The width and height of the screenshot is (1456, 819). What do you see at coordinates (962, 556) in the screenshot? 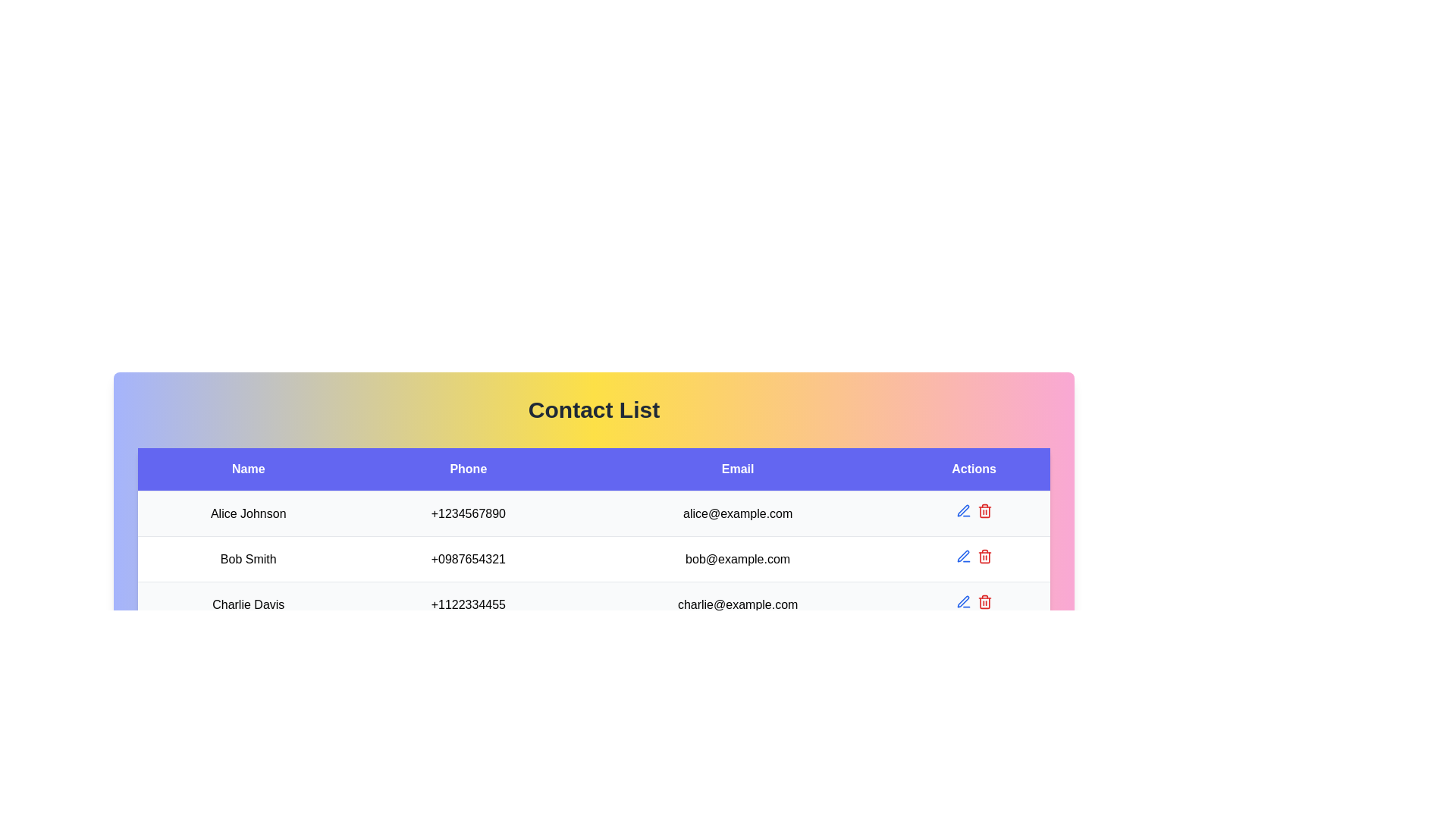
I see `the 'Edit' button icon for contact Bob Smith, which is the first interactive icon in the 'Actions' column of the second row` at bounding box center [962, 556].